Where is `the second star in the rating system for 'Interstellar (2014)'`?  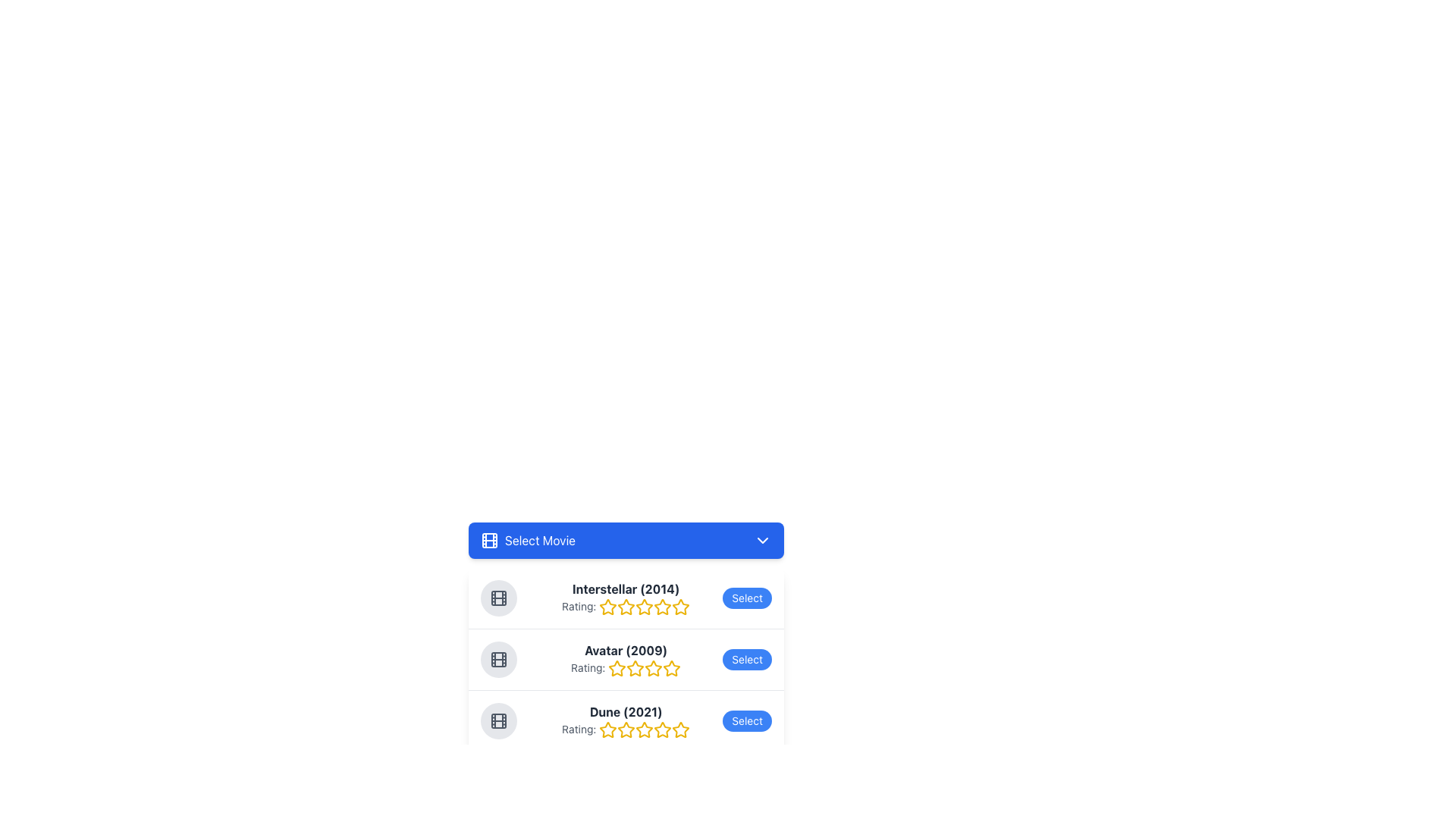 the second star in the rating system for 'Interstellar (2014)' is located at coordinates (626, 607).